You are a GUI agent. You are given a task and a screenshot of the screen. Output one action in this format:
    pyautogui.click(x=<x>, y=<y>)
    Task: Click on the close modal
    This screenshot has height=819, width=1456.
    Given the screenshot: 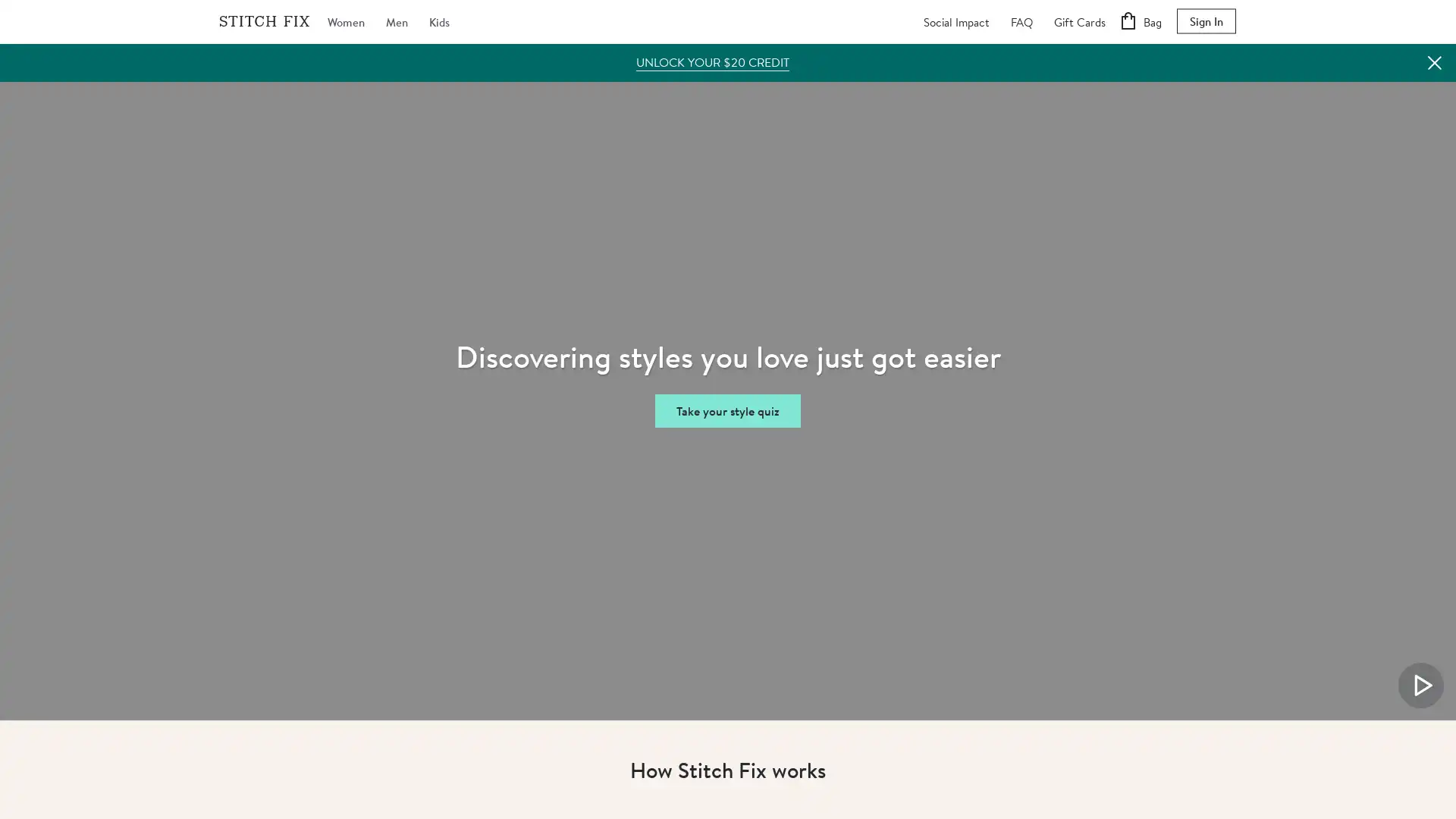 What is the action you would take?
    pyautogui.click(x=918, y=140)
    